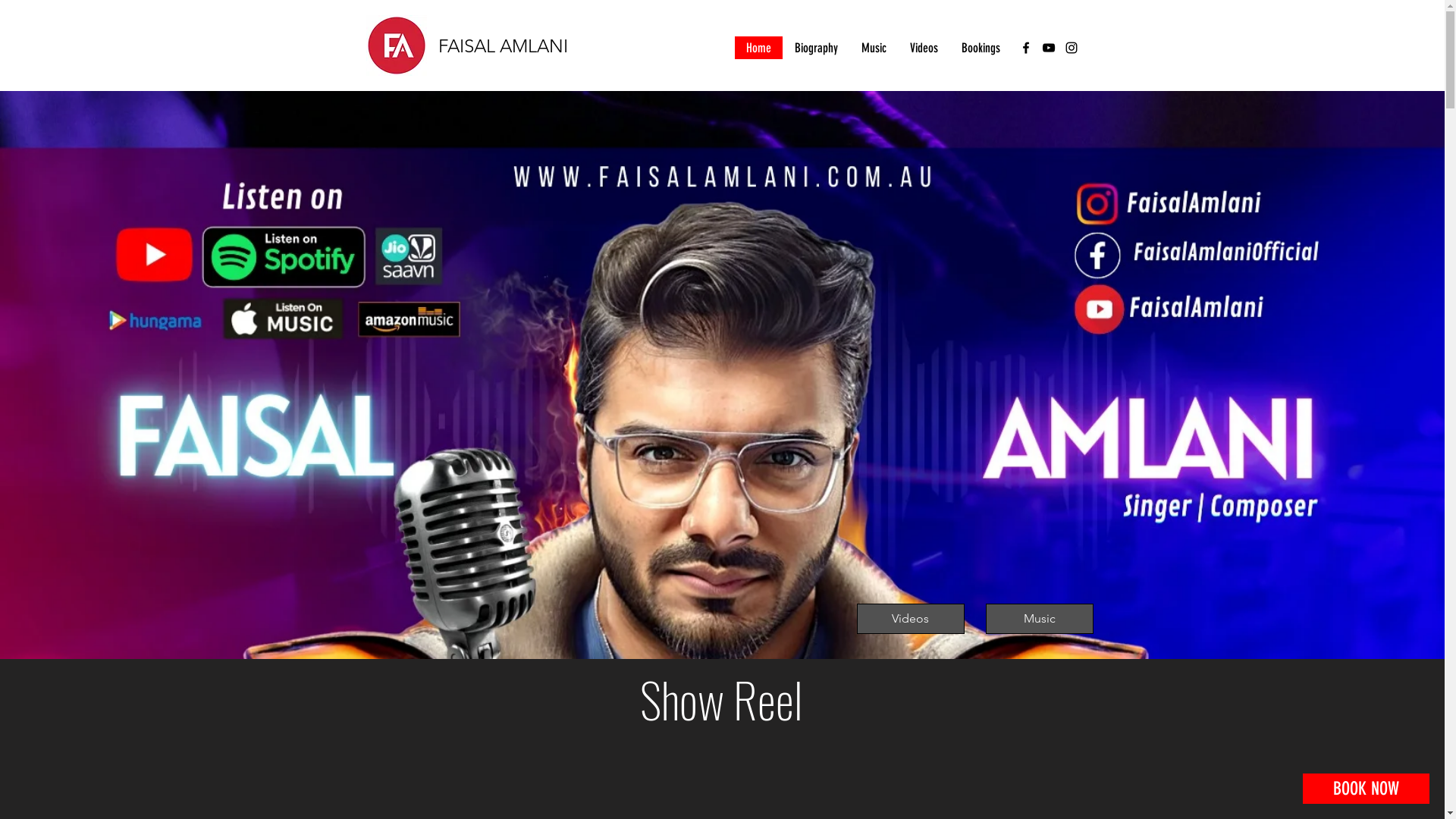 This screenshot has width=1456, height=819. Describe the element at coordinates (980, 46) in the screenshot. I see `'Bookings'` at that location.